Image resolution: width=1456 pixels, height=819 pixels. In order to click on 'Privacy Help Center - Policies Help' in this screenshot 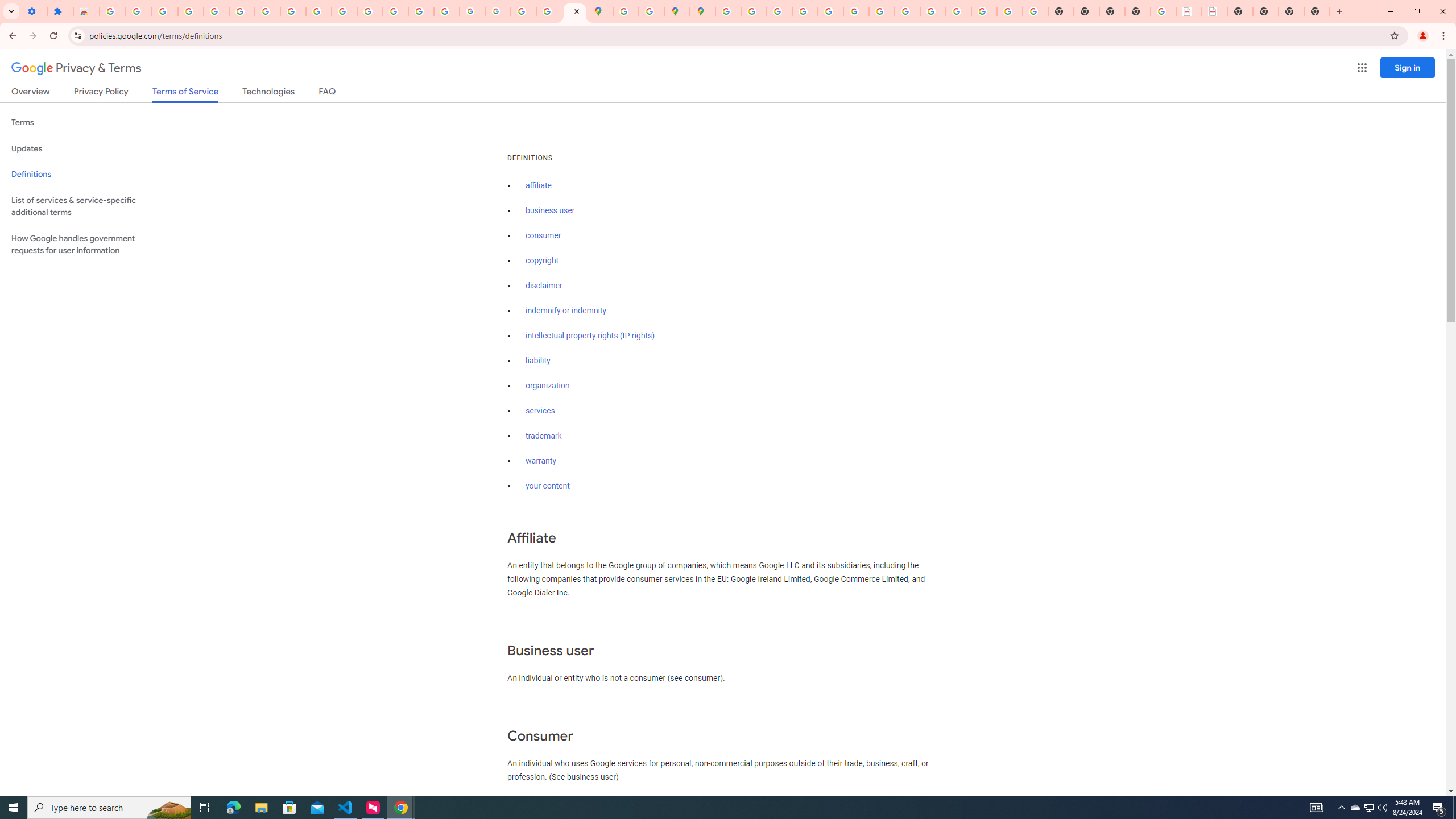, I will do `click(804, 11)`.